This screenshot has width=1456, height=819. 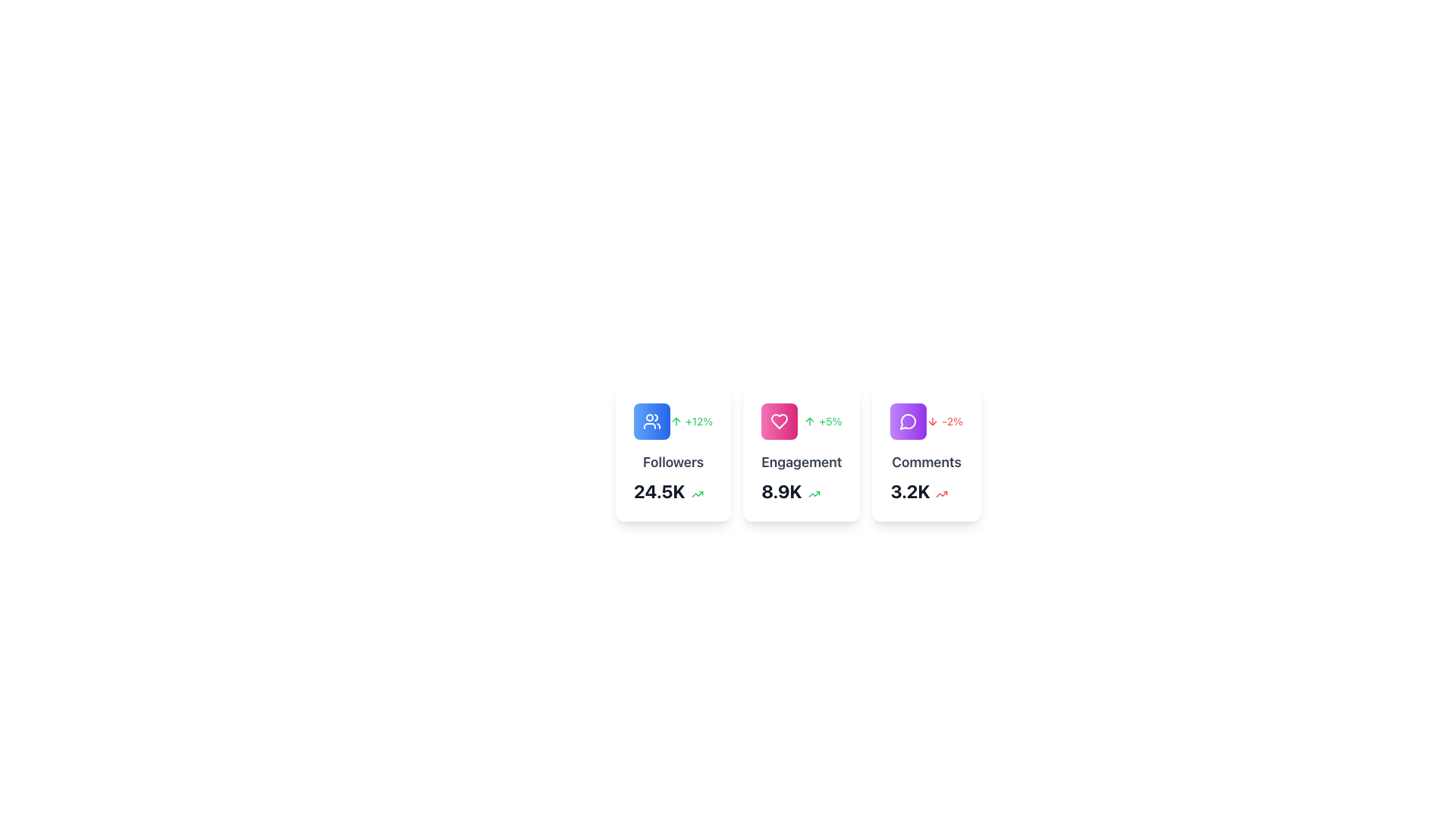 I want to click on the text label displaying '+5%' in green font, which is located within the 'Engagement' statistic card, positioned to the right of a green upward arrow symbol, so click(x=801, y=421).